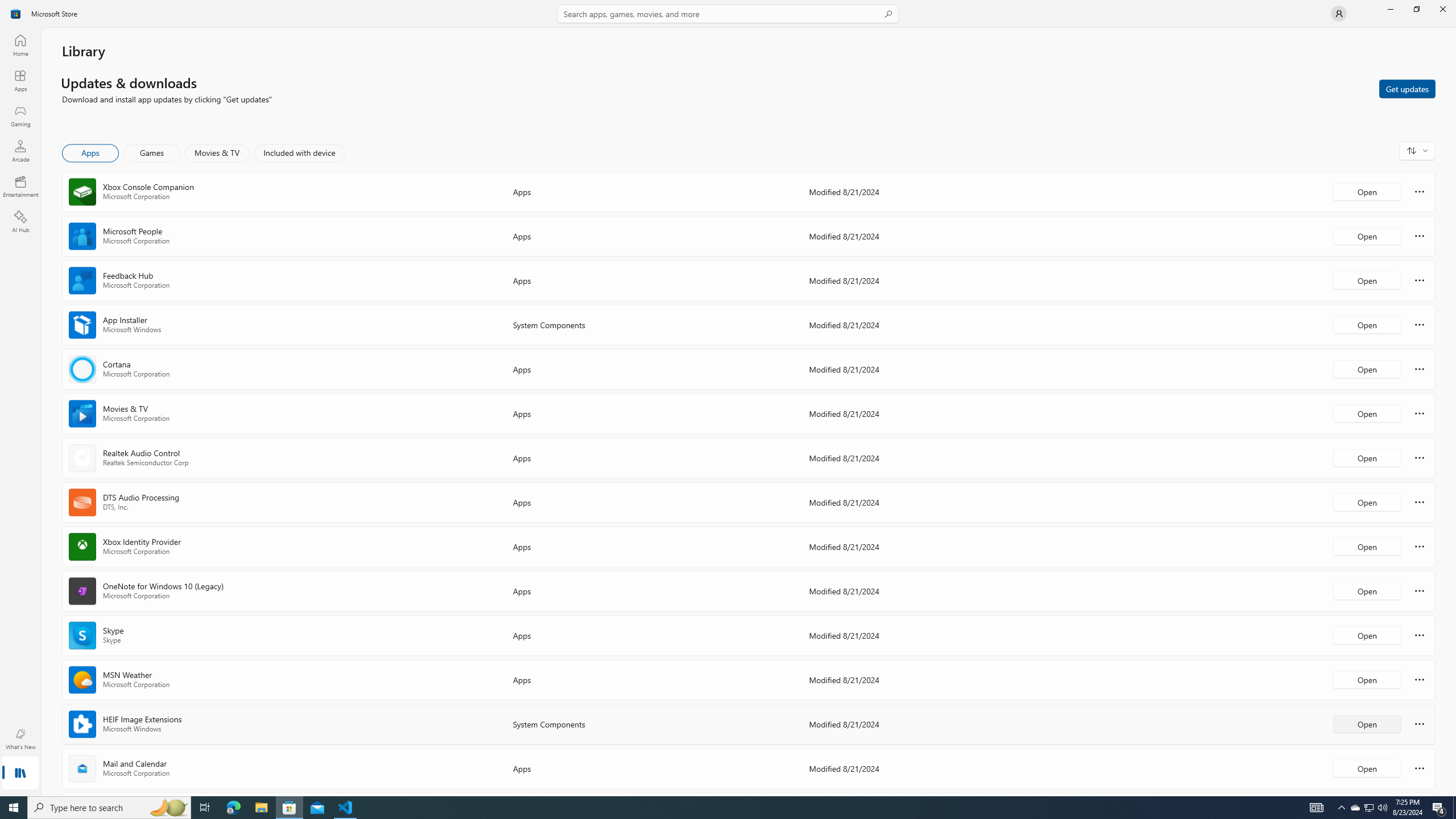  I want to click on 'Apps', so click(19, 80).